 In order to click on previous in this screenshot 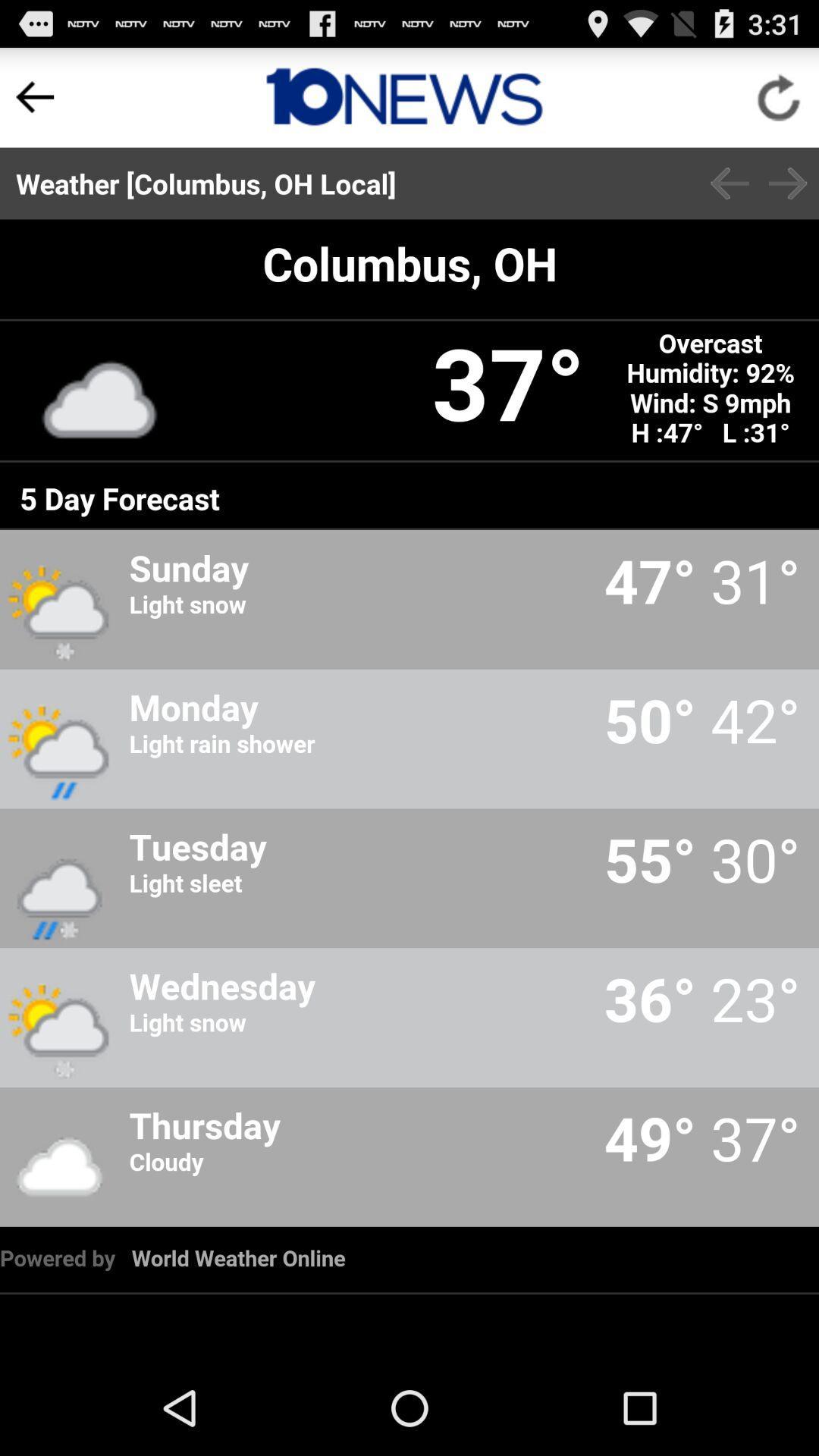, I will do `click(34, 96)`.